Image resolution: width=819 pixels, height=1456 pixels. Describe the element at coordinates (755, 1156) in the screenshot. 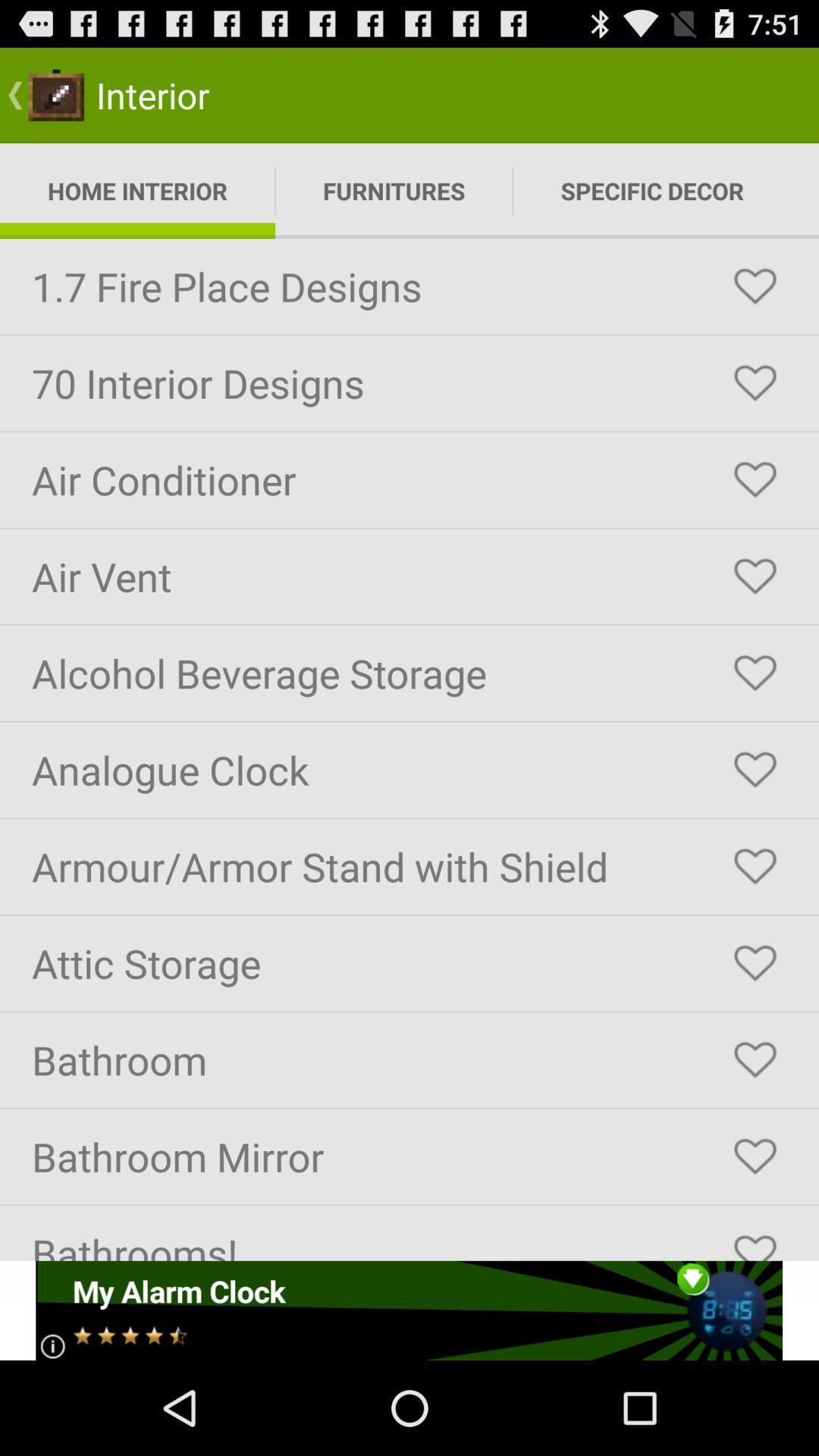

I see `heart this selection` at that location.